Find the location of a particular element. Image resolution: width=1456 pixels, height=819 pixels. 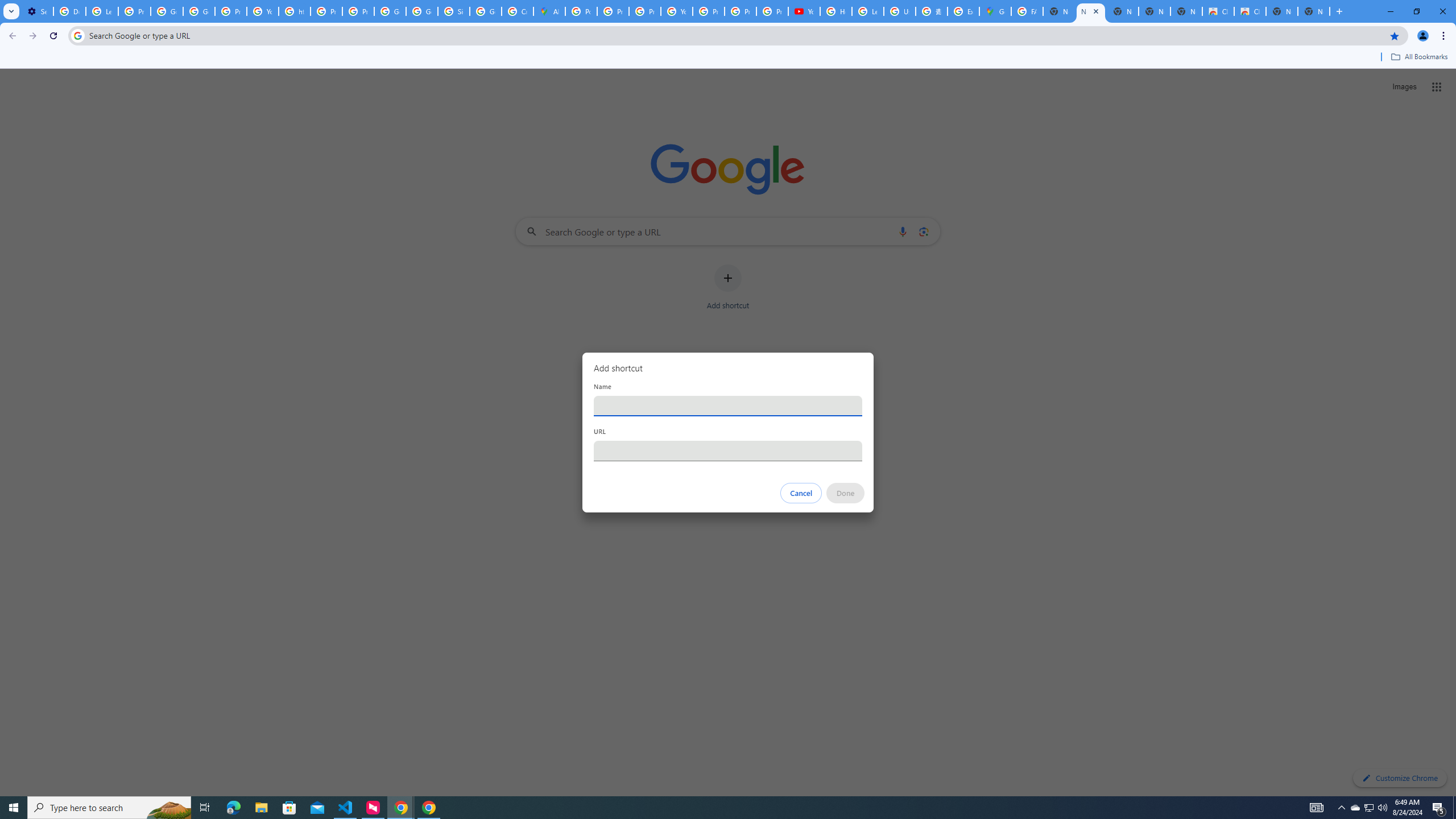

'Explore new street-level details - Google Maps Help' is located at coordinates (962, 11).